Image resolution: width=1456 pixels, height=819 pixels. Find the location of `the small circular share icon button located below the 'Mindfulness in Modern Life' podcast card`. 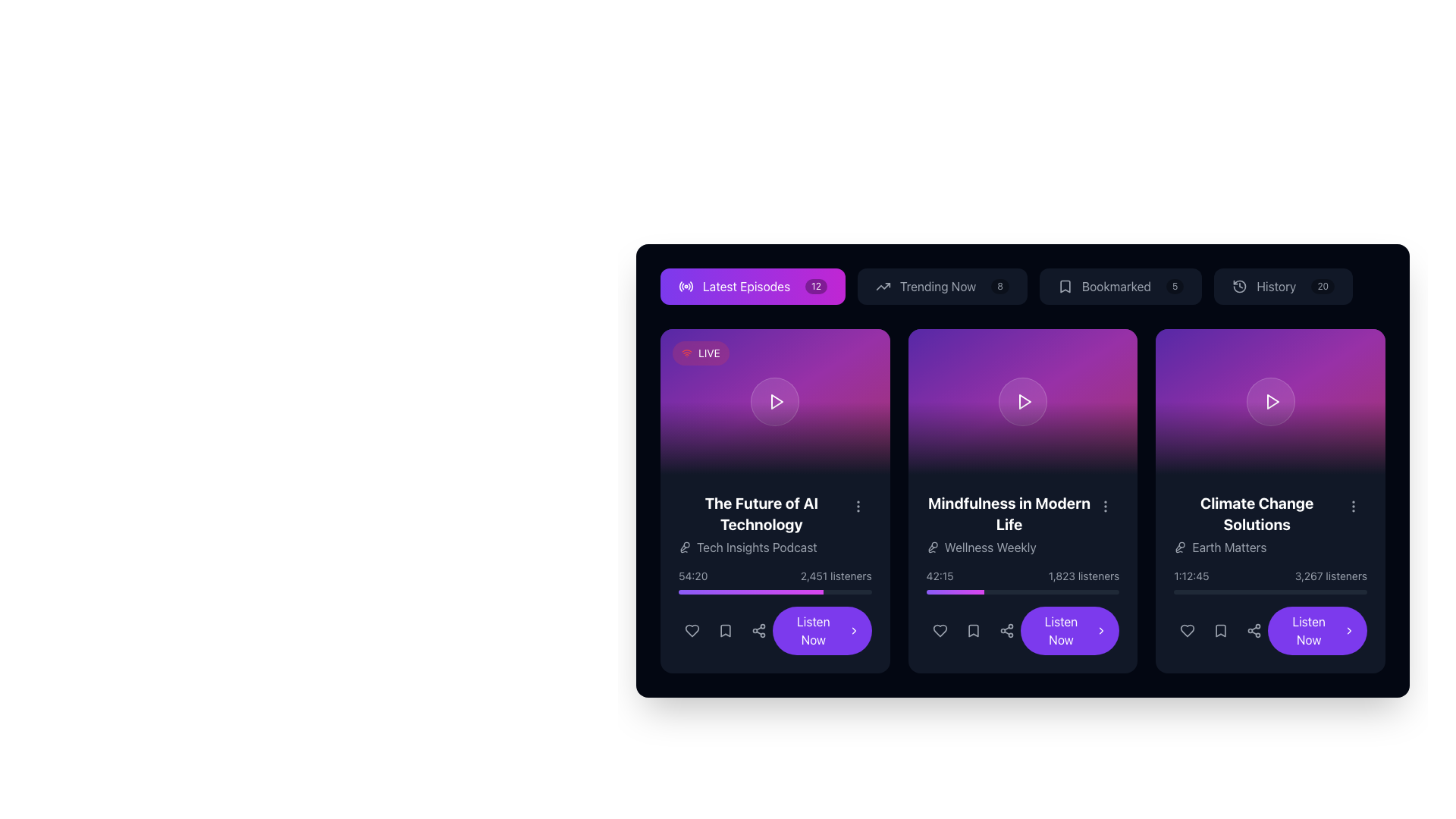

the small circular share icon button located below the 'Mindfulness in Modern Life' podcast card is located at coordinates (1006, 631).